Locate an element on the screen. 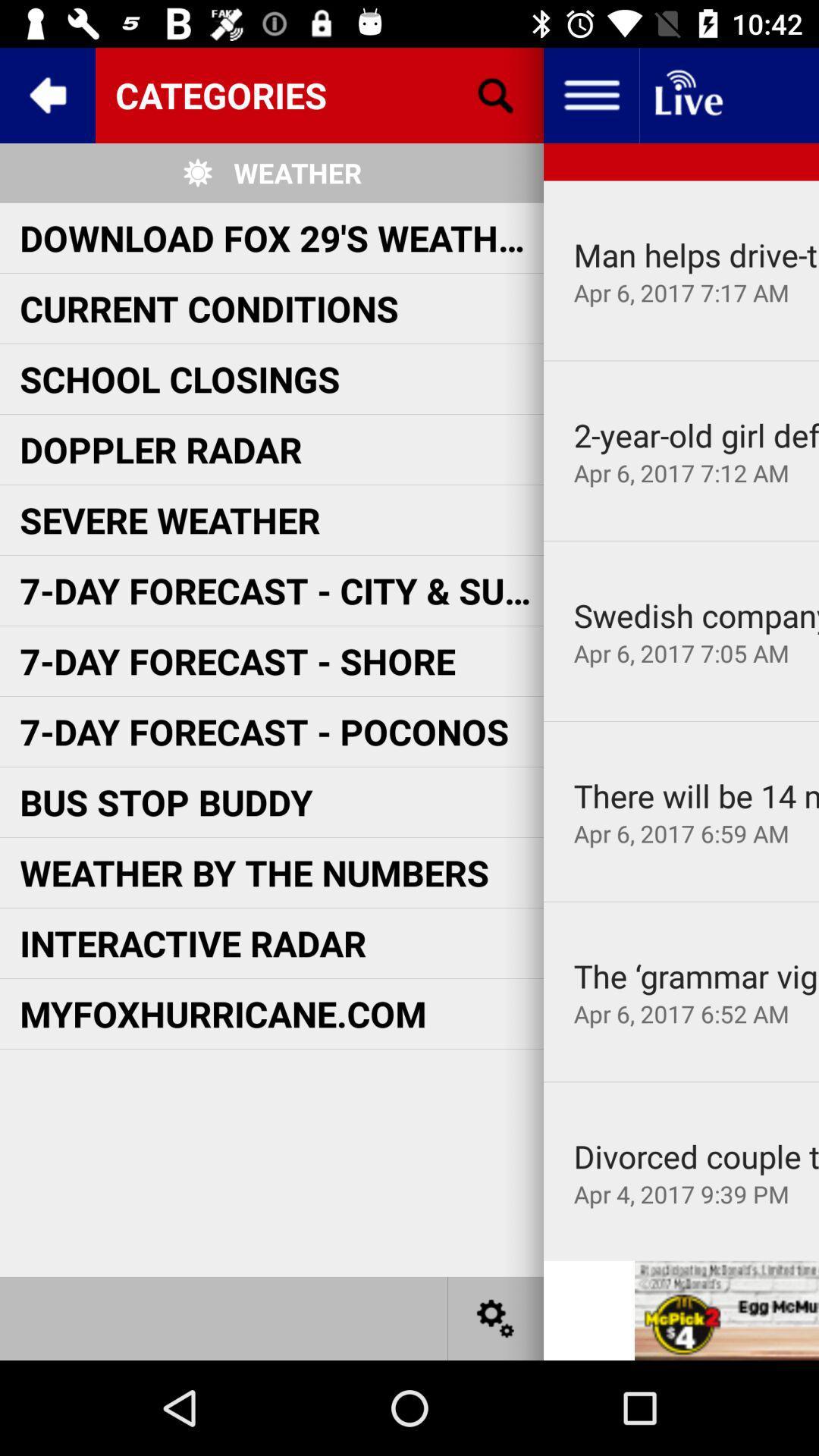  open advertisement is located at coordinates (726, 1310).